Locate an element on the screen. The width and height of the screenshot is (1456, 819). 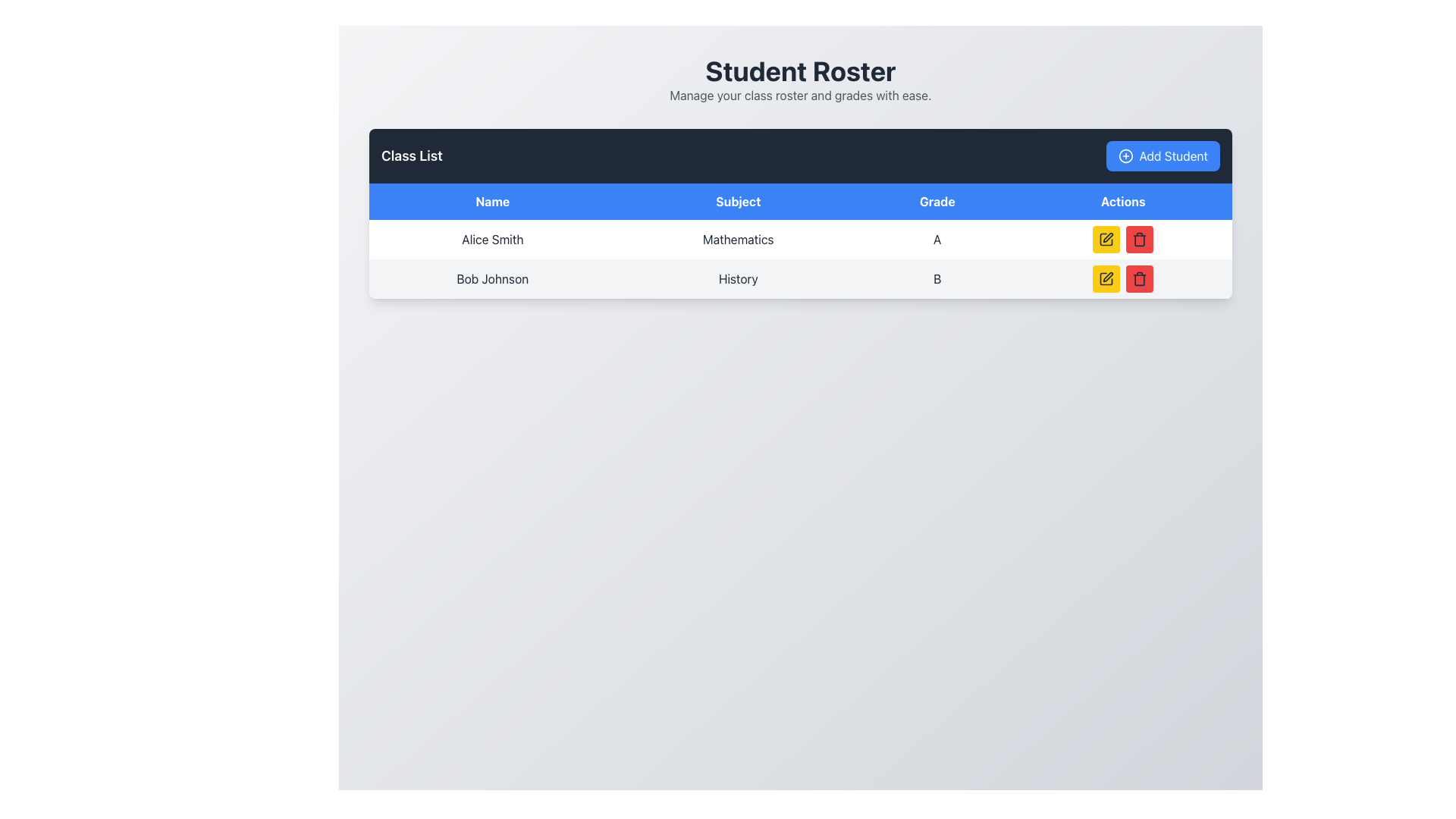
the red trash can icon in the 'Actions' column of the second row is located at coordinates (1140, 240).